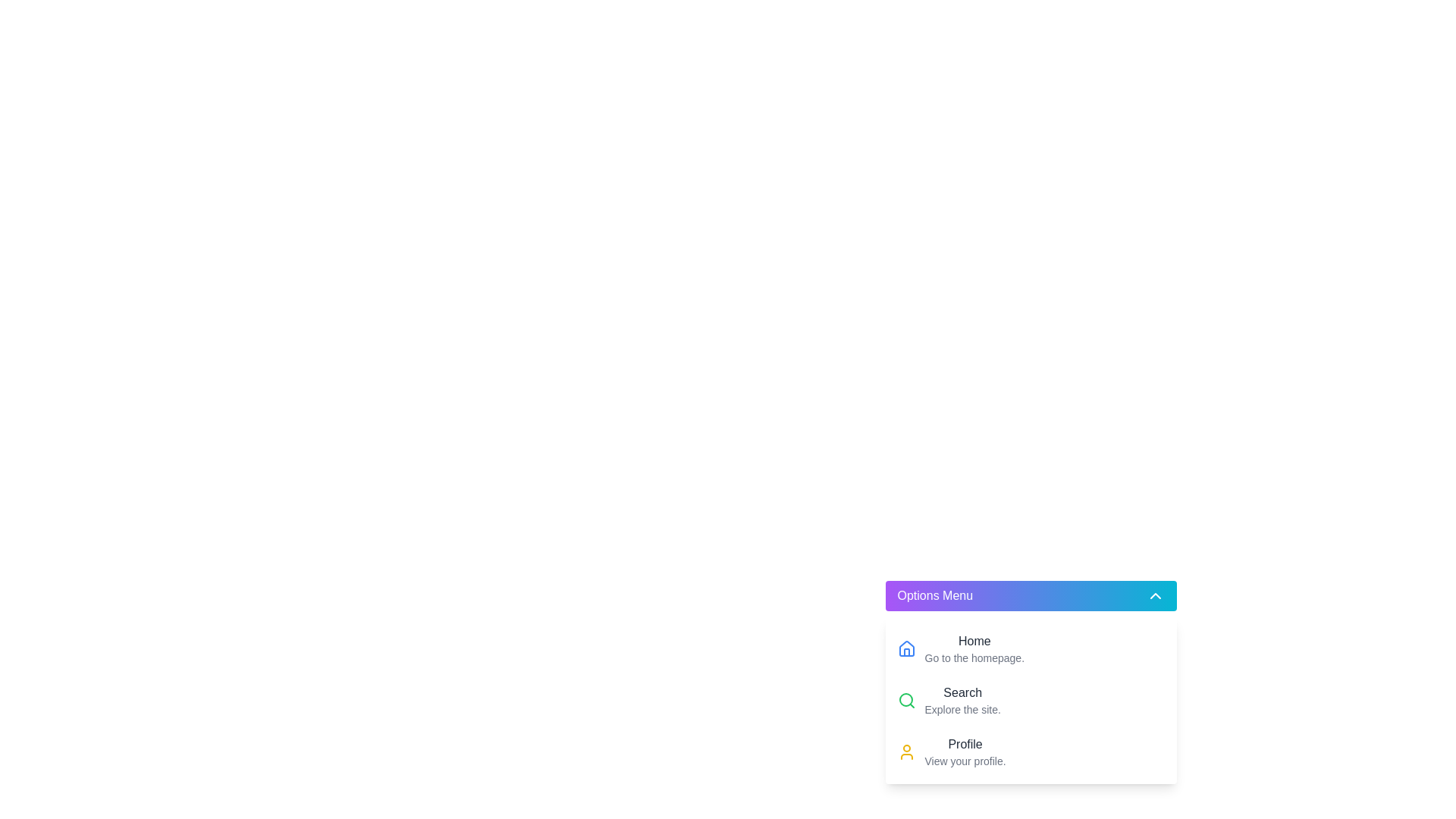 The height and width of the screenshot is (819, 1456). I want to click on the blue house-shaped icon located in the Options Menu under the 'Home' label, next to the red house icon, so click(906, 648).